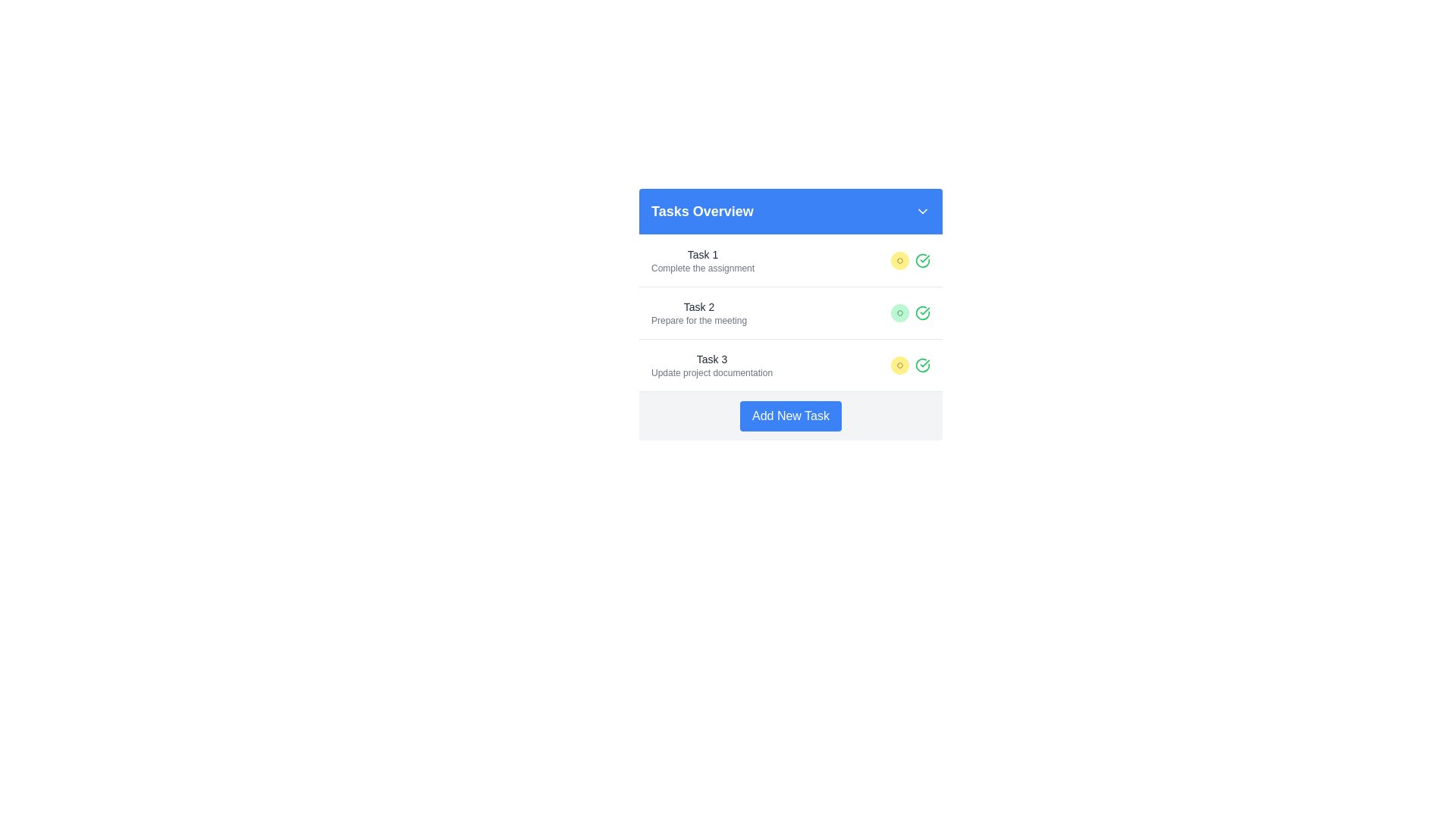 The width and height of the screenshot is (1456, 819). Describe the element at coordinates (701, 268) in the screenshot. I see `the text label that reads 'Complete the assignment', which is styled in a small light gray font and located directly beneath the 'Task 1' header in the task description interface` at that location.